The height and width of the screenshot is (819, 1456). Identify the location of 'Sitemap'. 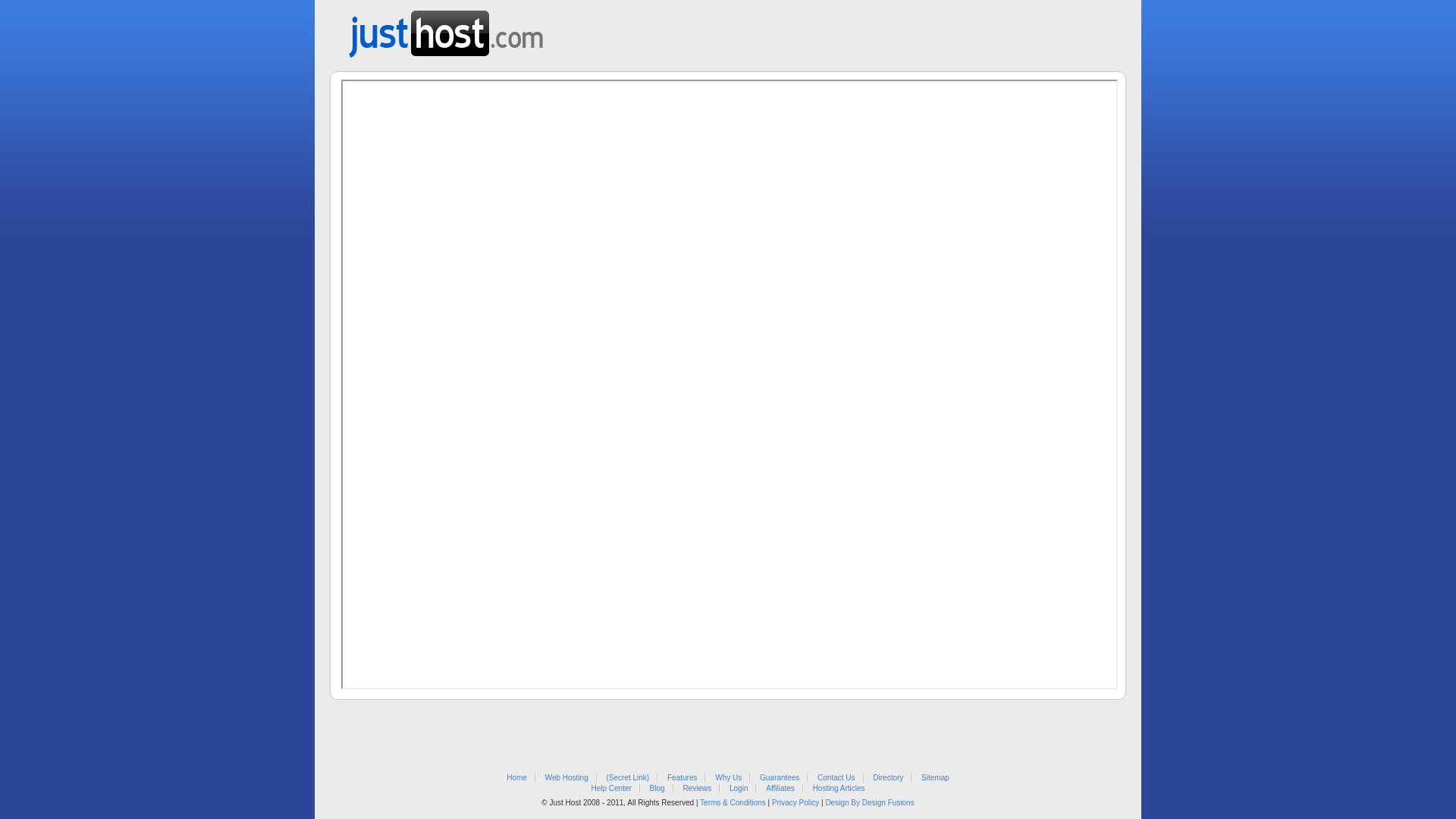
(920, 777).